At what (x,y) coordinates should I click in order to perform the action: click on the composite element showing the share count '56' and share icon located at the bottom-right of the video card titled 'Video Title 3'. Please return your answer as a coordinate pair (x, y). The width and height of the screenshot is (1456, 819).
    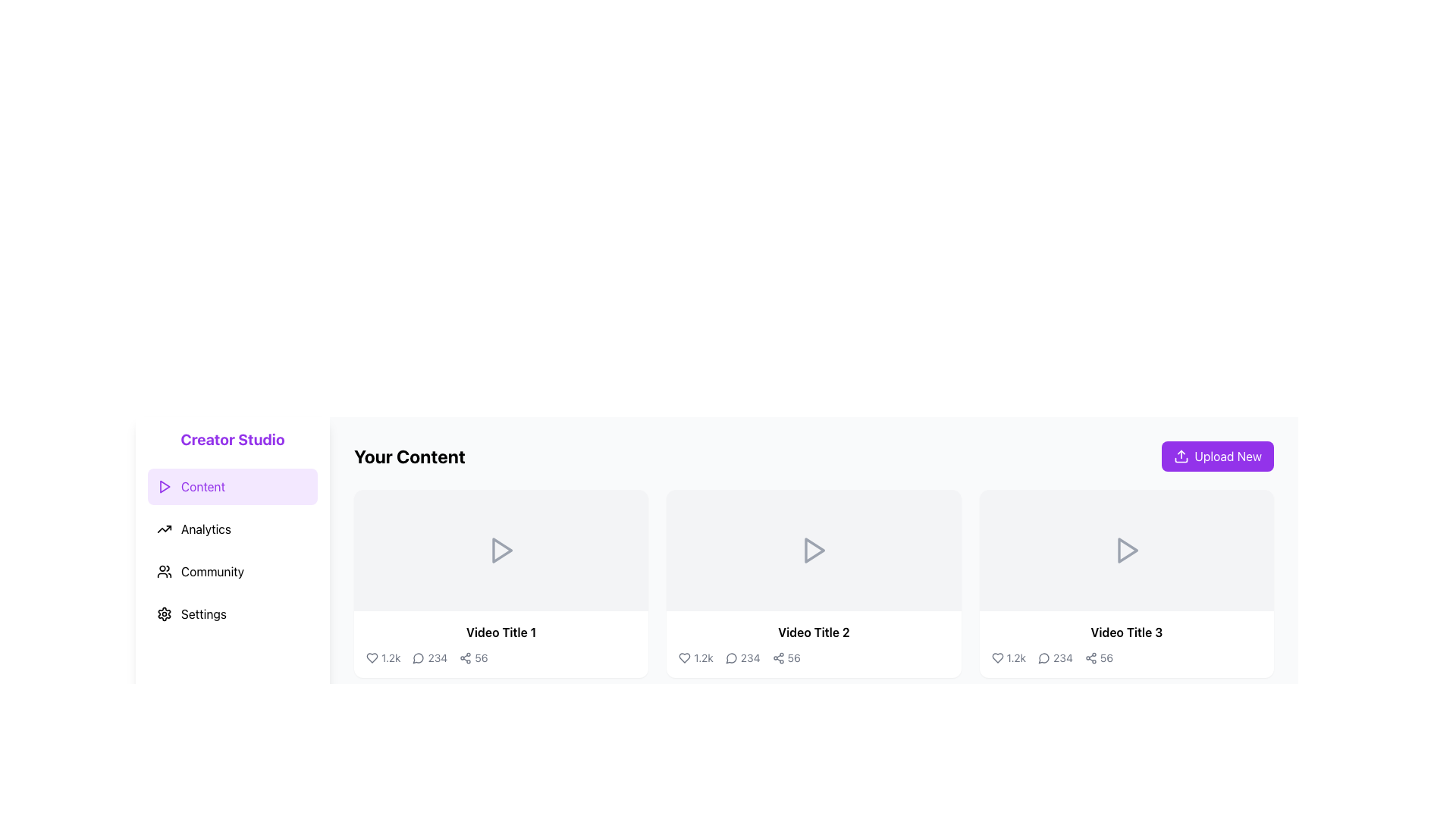
    Looking at the image, I should click on (1099, 657).